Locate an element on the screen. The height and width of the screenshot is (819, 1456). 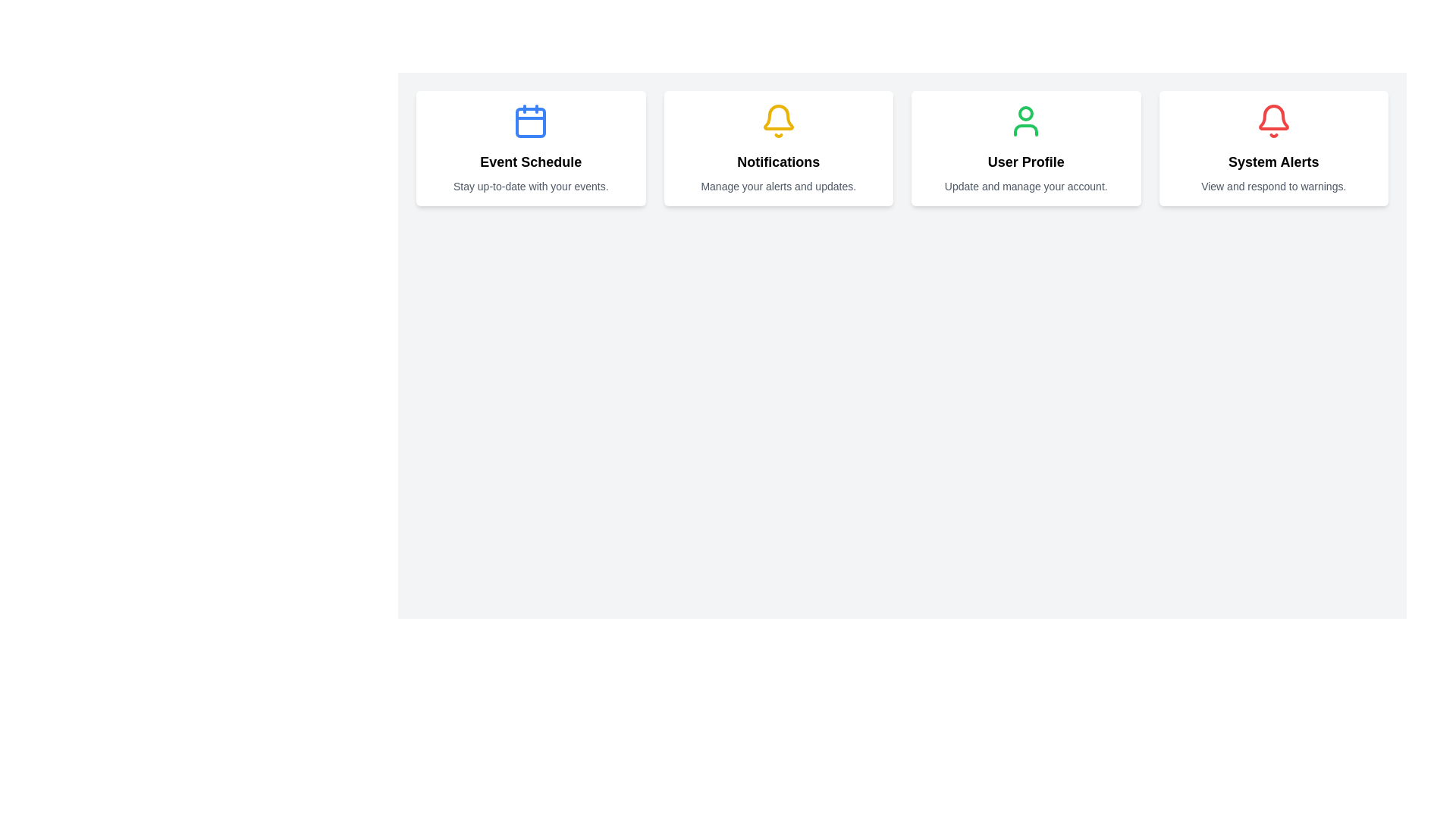
the rounded rectangle with a blue outline resembling a calendar icon located in the first row, first column of the 'Event Schedule' card is located at coordinates (531, 122).